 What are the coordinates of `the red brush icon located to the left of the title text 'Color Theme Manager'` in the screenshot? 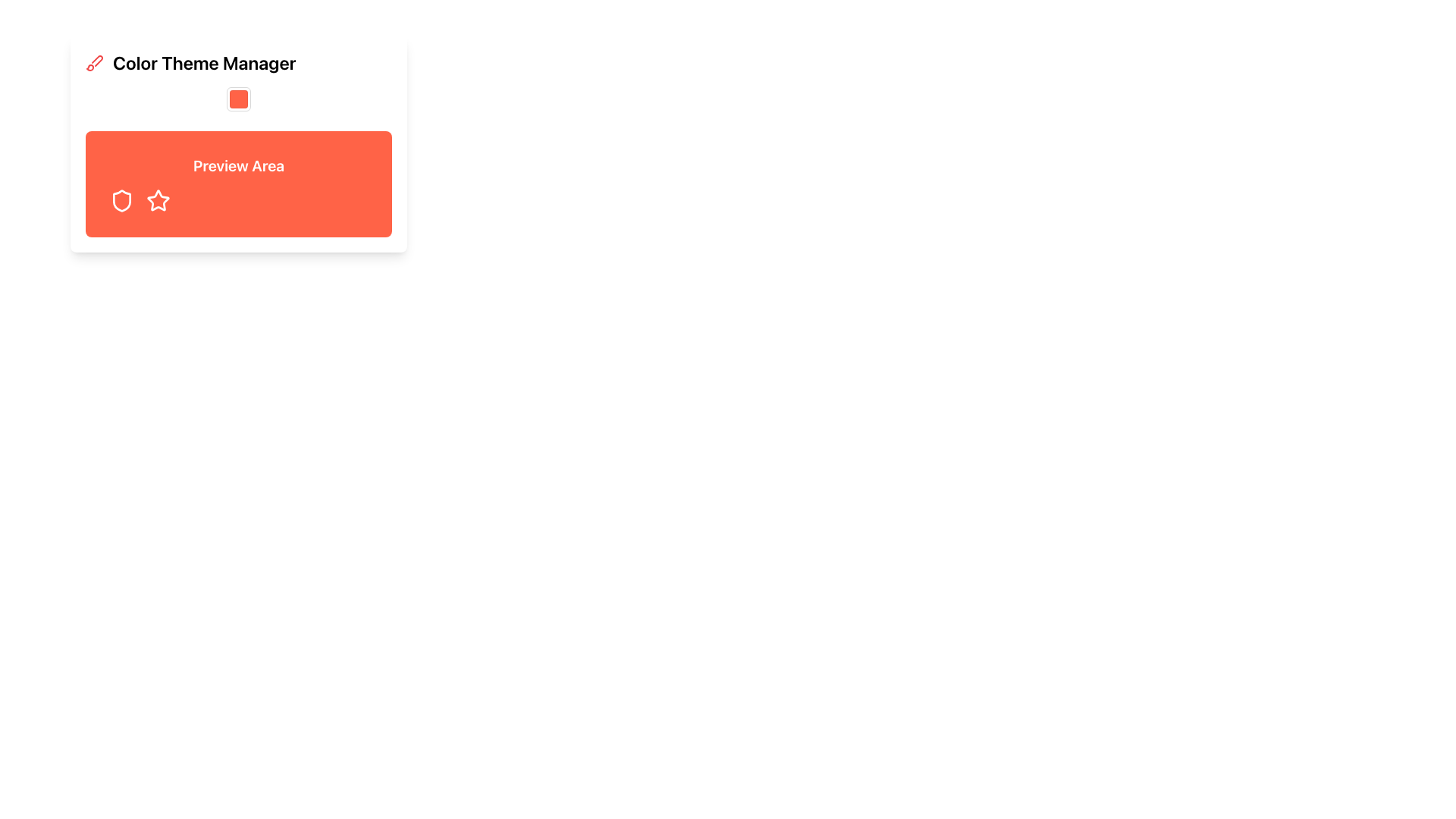 It's located at (93, 62).